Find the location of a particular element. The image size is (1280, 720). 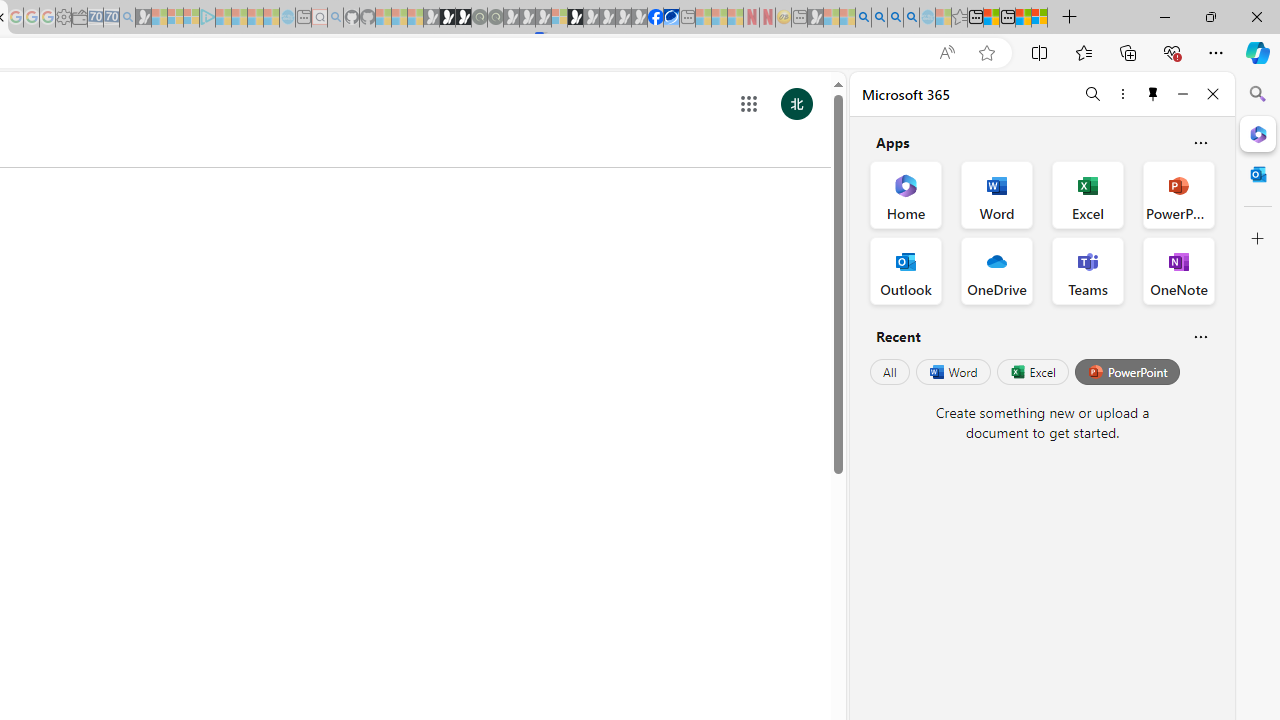

'Bing AI - Search' is located at coordinates (864, 17).